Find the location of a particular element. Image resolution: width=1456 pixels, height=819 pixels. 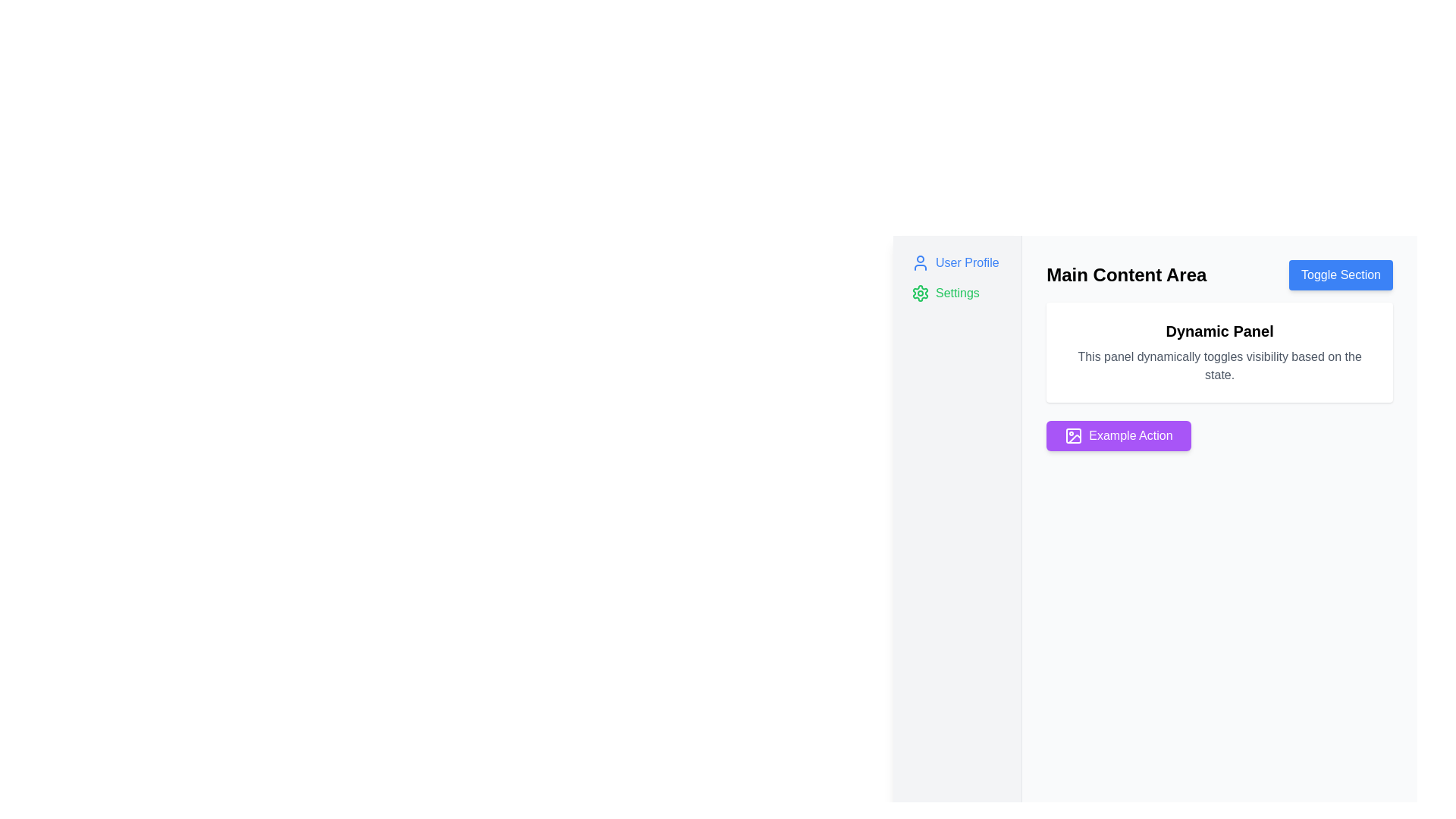

the user profile icon, which is a blue silhouette of a user profile located at the top left of the side menu, next to the 'User Profile' text is located at coordinates (920, 262).